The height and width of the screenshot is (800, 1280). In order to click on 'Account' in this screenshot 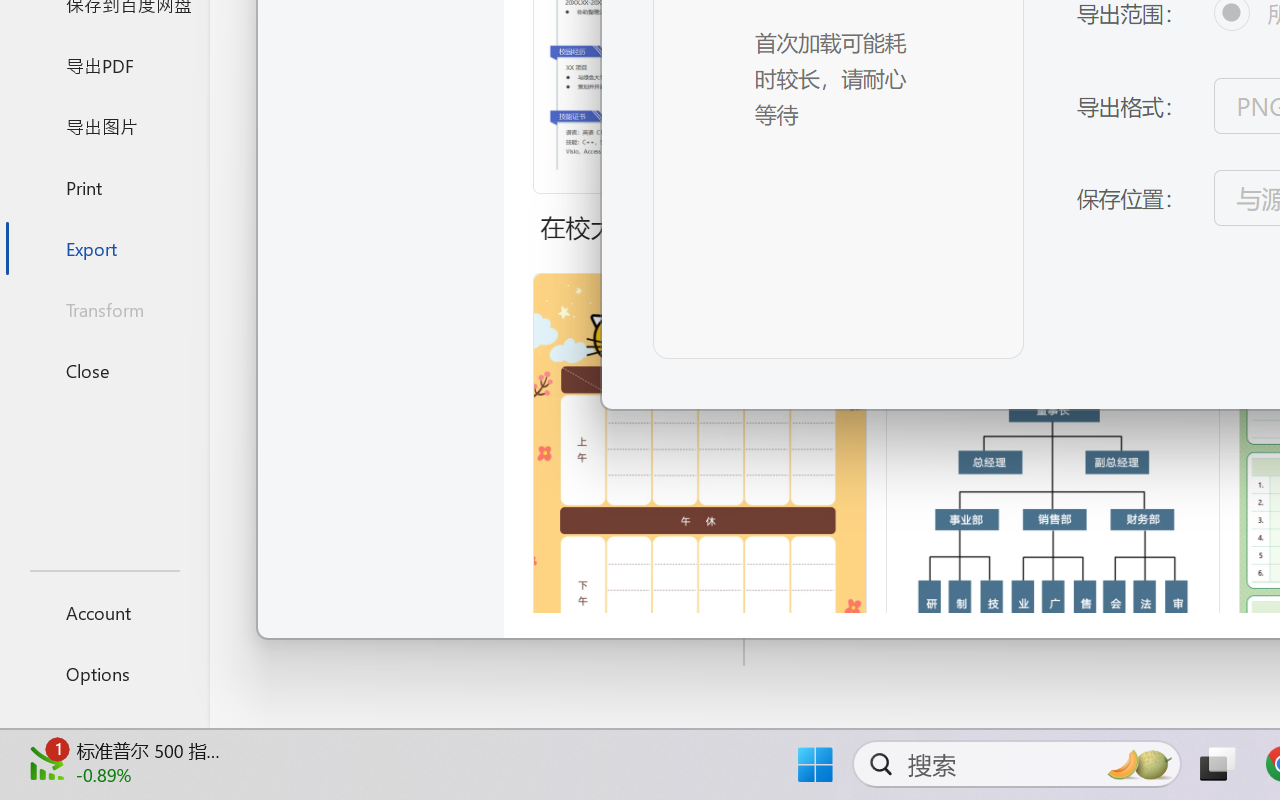, I will do `click(103, 612)`.